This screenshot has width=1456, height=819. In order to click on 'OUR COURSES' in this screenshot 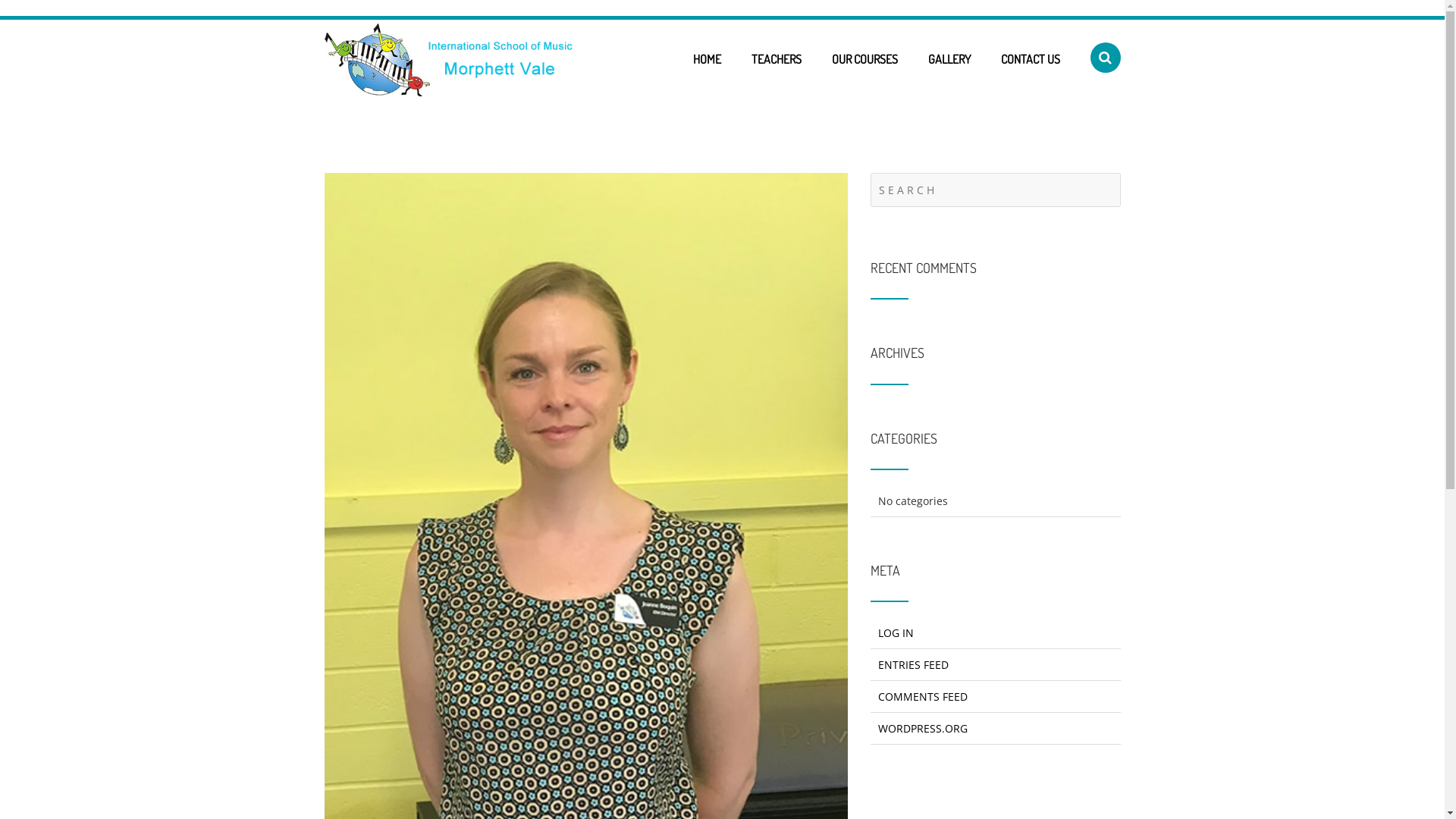, I will do `click(864, 58)`.